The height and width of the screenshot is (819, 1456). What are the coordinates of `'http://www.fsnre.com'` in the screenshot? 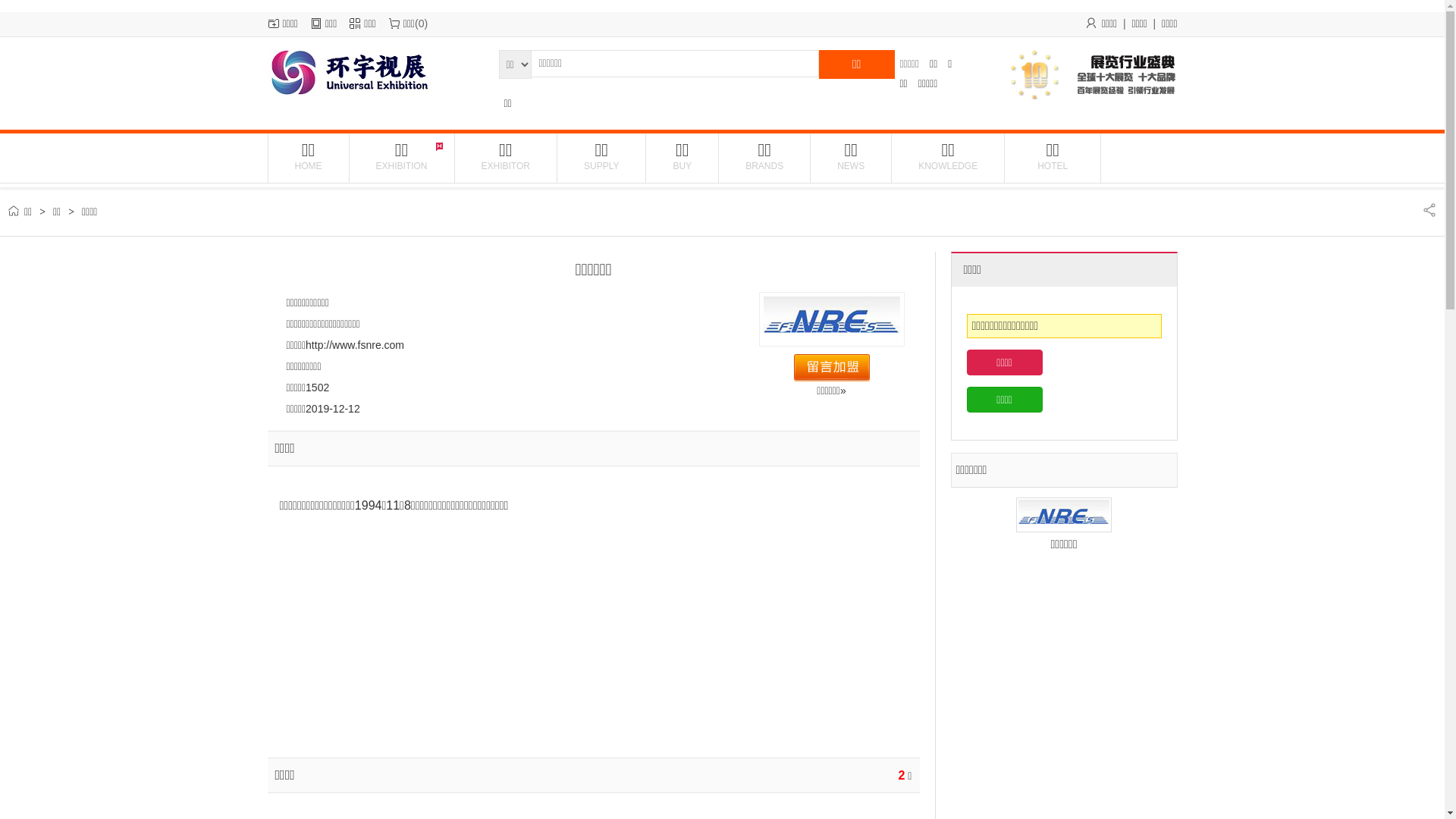 It's located at (353, 345).